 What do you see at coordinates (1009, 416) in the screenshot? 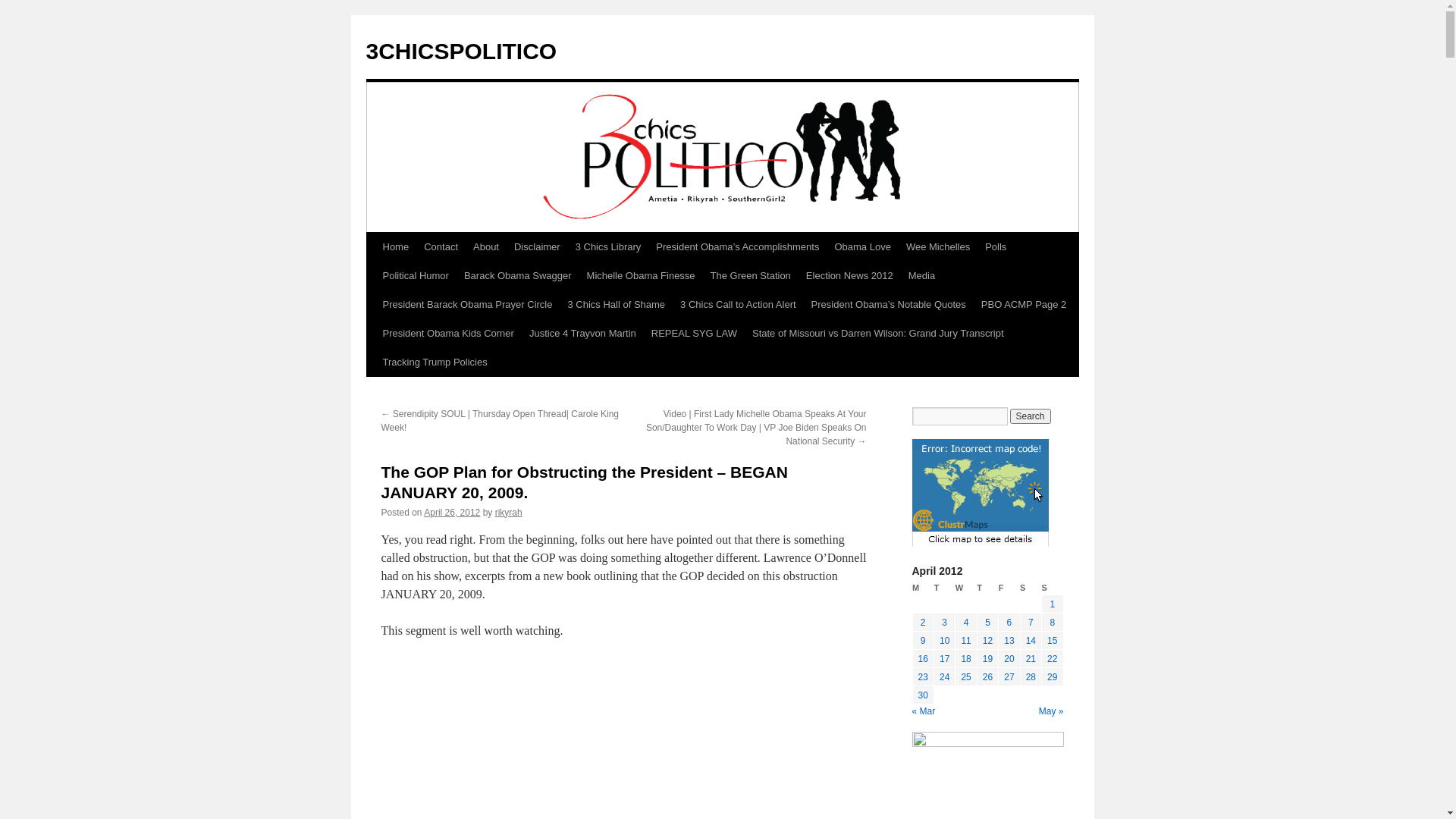
I see `'Search'` at bounding box center [1009, 416].